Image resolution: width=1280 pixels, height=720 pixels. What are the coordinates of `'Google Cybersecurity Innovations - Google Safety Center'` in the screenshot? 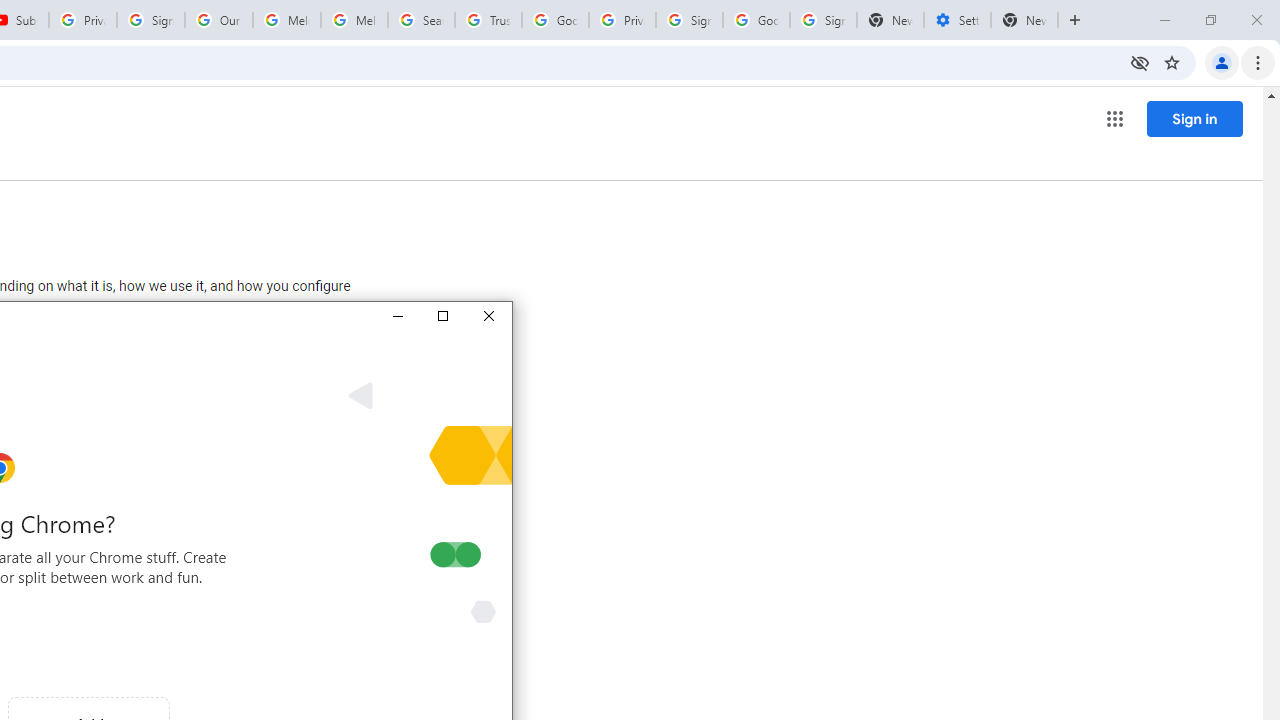 It's located at (755, 20).